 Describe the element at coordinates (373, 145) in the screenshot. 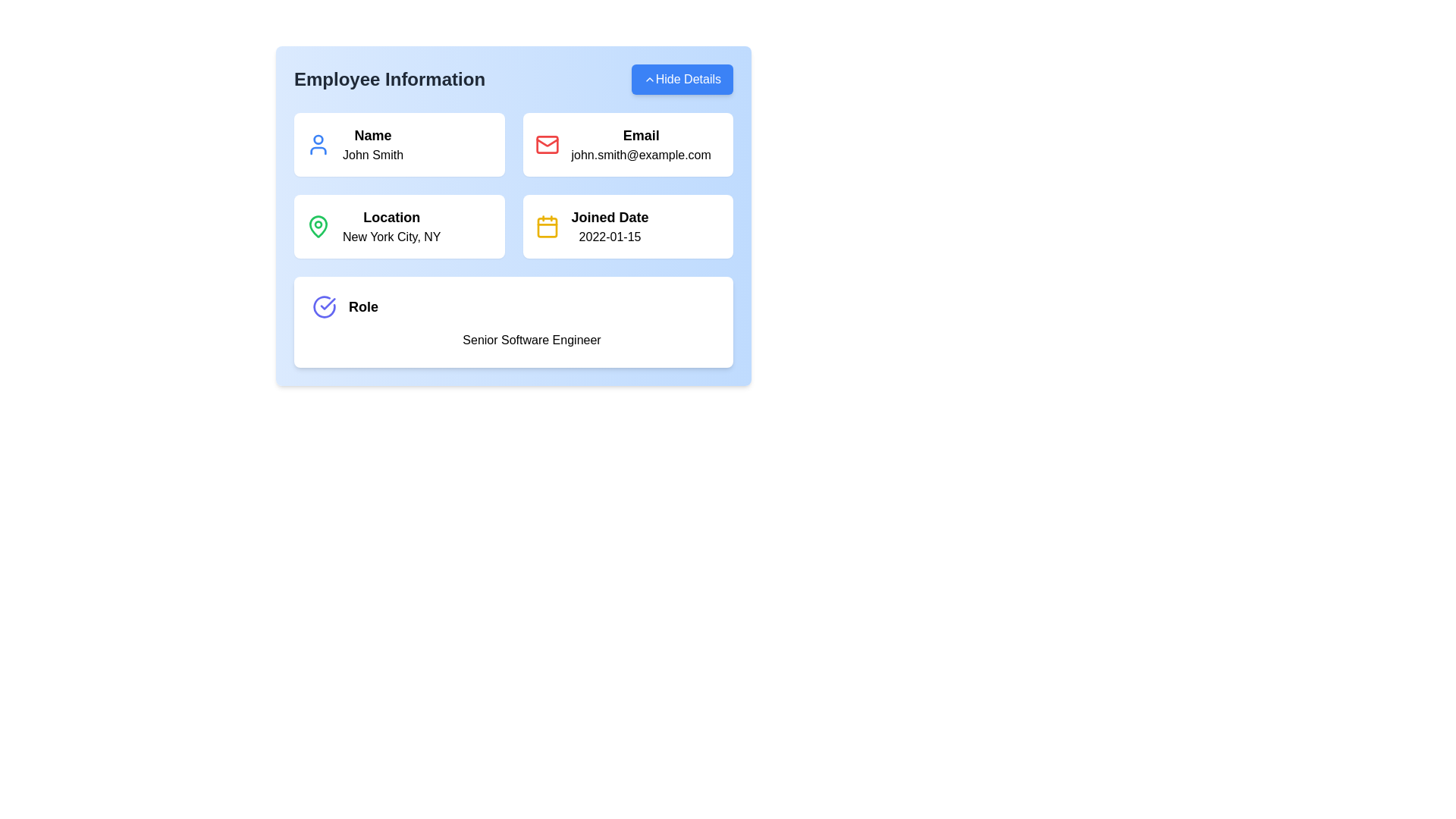

I see `the bold 'Name' text display component that shows 'John Smith' in the upper left quadrant of the 'Employee Information' card` at that location.